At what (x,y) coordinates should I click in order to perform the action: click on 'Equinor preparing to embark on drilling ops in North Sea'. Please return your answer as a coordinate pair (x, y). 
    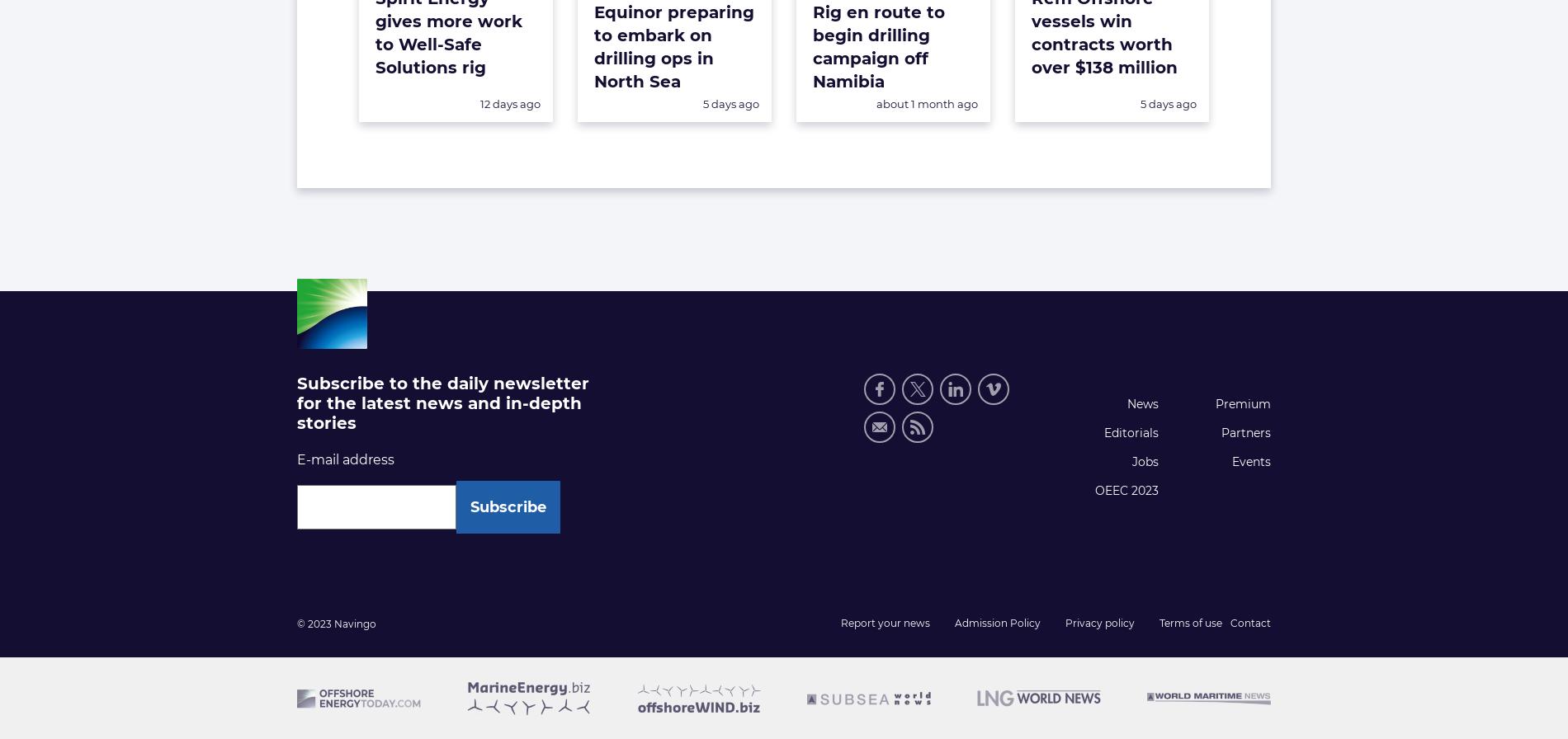
    Looking at the image, I should click on (673, 46).